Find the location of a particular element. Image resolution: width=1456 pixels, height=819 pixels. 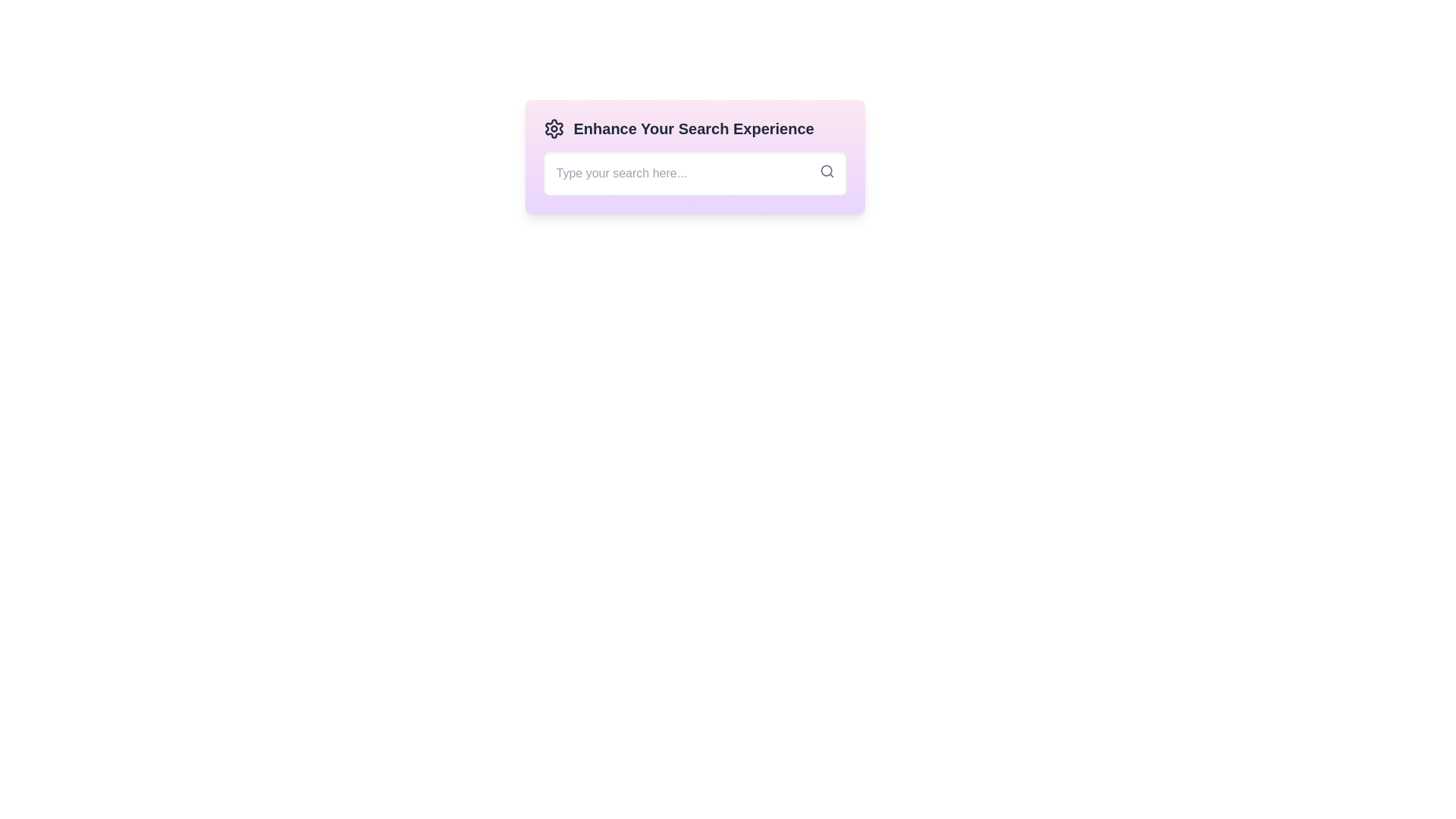

the title text label located at the upper section of the rounded card component, which provides a succinct summary of the content below is located at coordinates (694, 127).